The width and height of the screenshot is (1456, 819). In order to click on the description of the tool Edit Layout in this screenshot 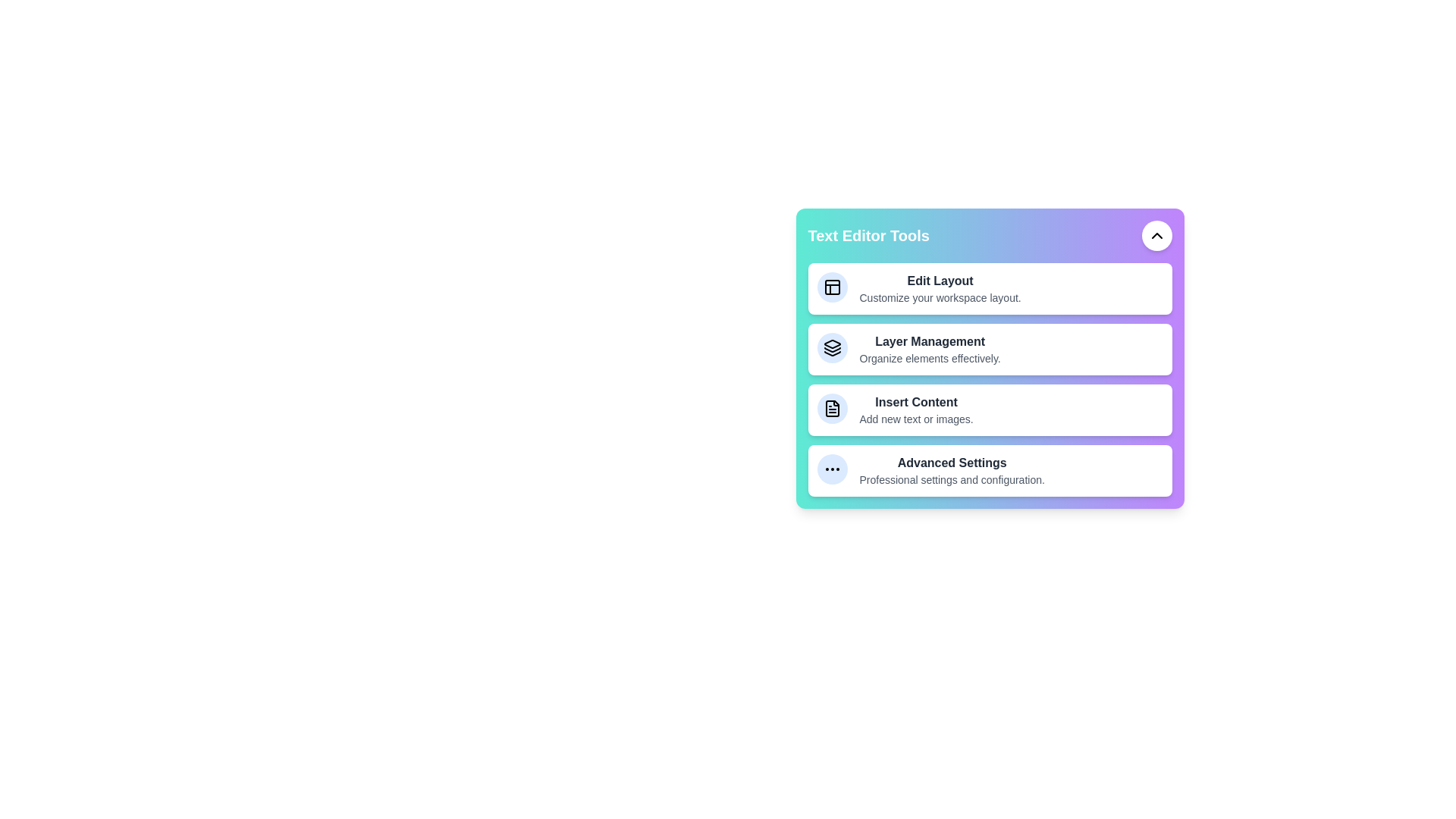, I will do `click(910, 271)`.